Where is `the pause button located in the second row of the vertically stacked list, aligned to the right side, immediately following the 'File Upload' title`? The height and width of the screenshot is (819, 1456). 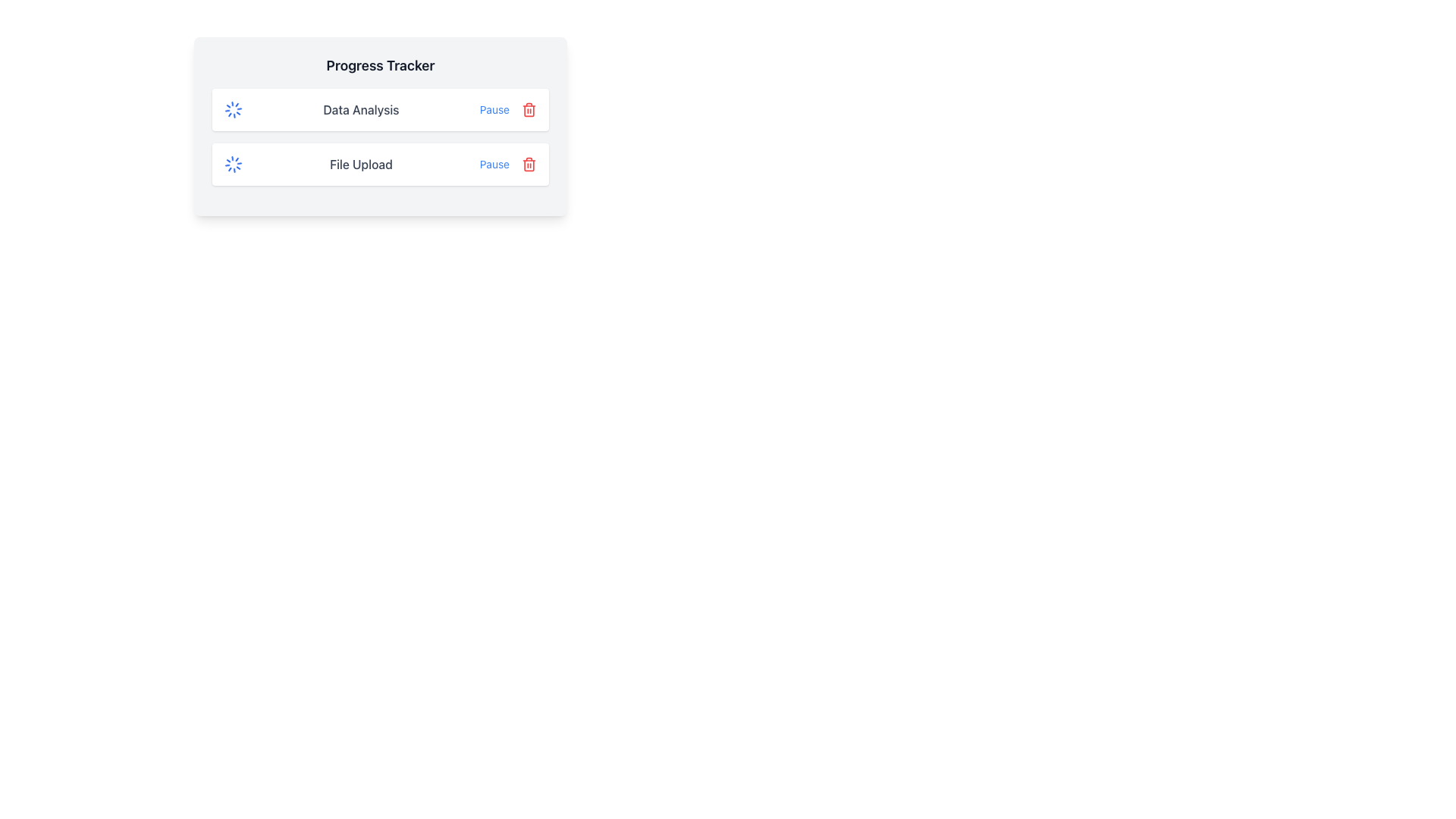 the pause button located in the second row of the vertically stacked list, aligned to the right side, immediately following the 'File Upload' title is located at coordinates (494, 164).